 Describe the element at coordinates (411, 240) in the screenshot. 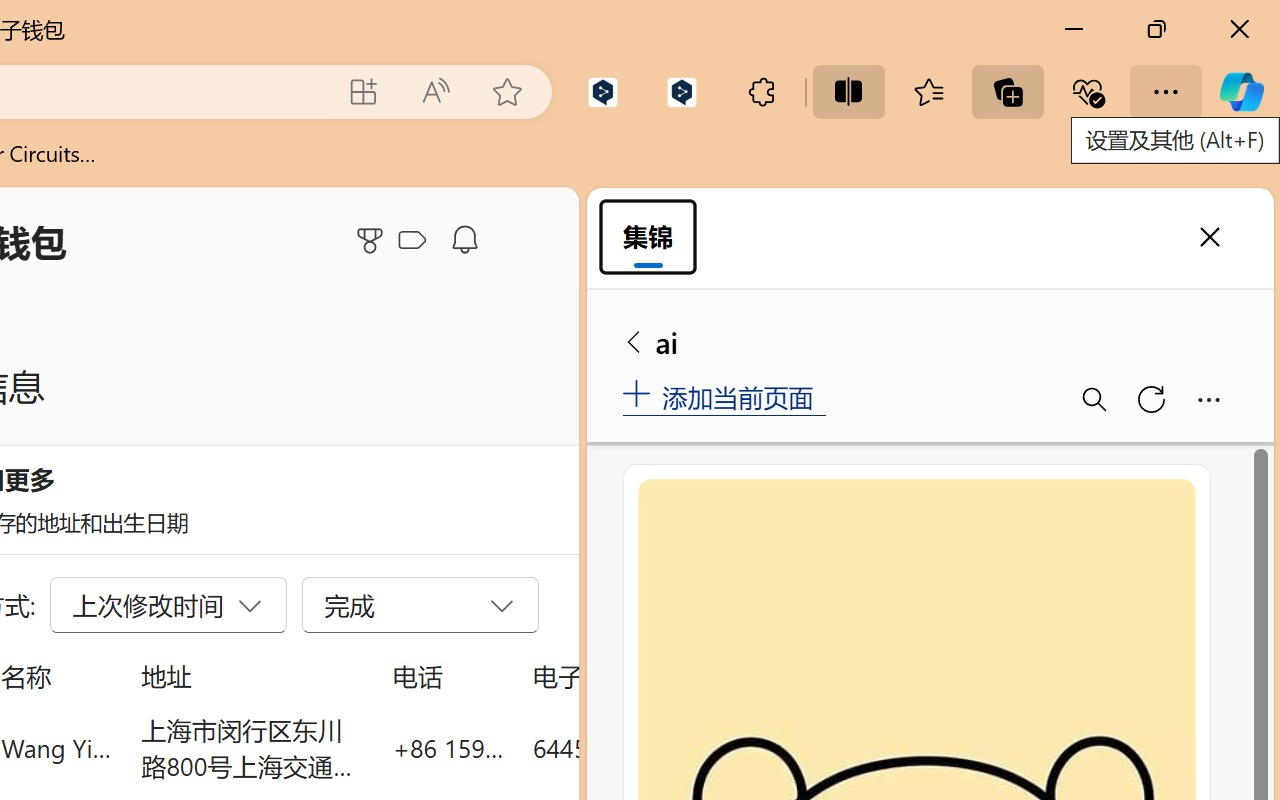

I see `'Class: ___1lmltc5 f1agt3bx f12qytpq'` at that location.